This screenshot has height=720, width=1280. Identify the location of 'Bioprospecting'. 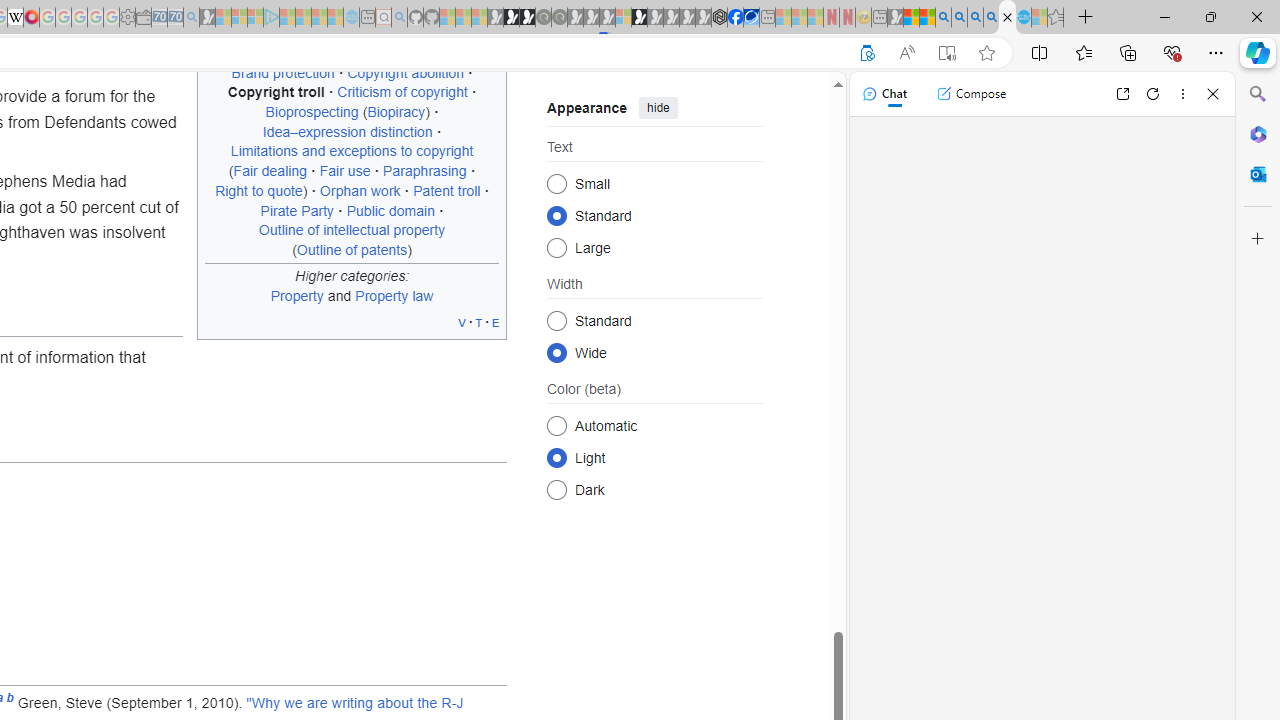
(310, 112).